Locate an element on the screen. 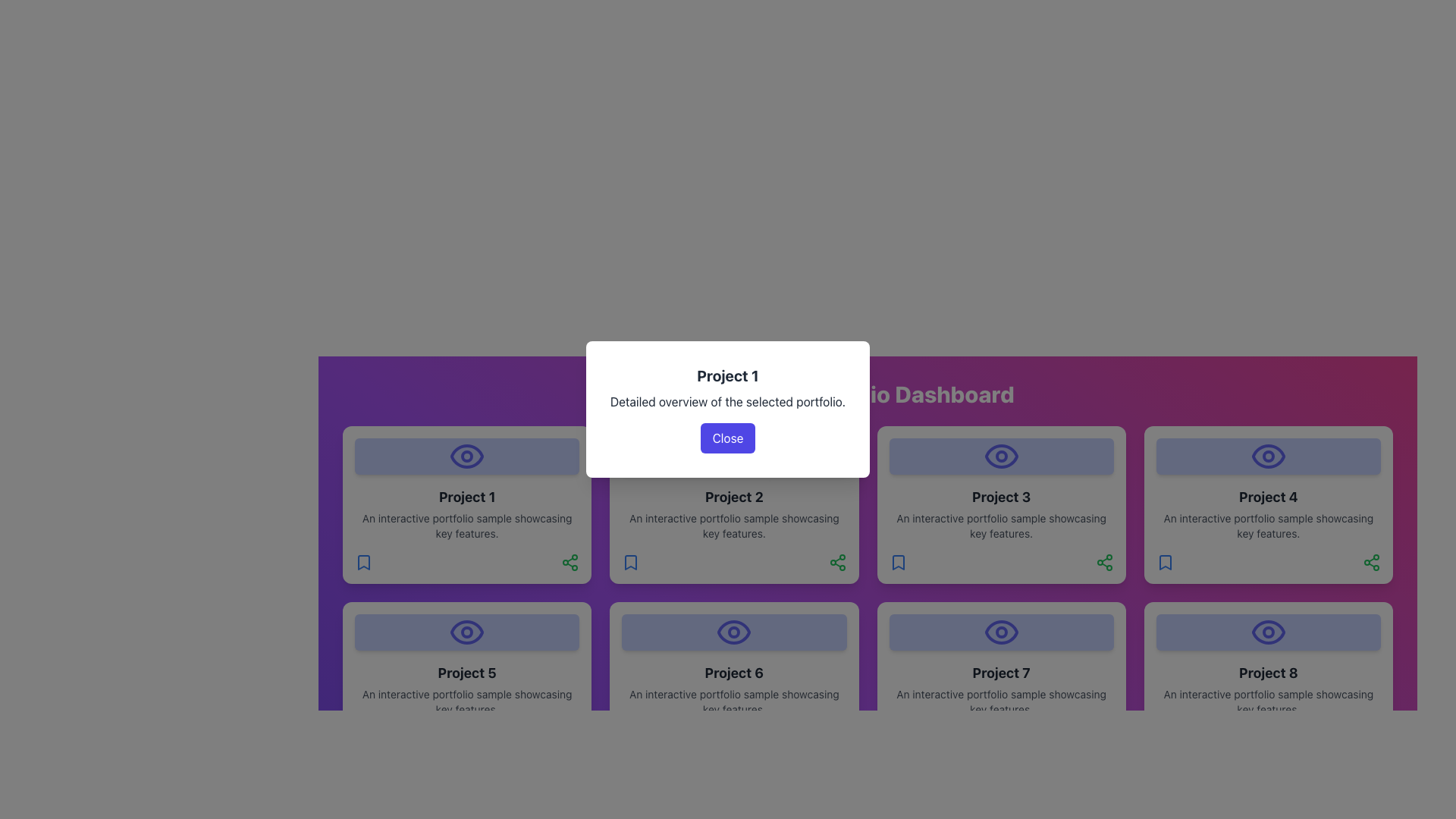 Image resolution: width=1456 pixels, height=819 pixels. the static text element that provides a description or summary of the selected project, located below the heading 'Project 1' and above the 'Close' button is located at coordinates (728, 400).